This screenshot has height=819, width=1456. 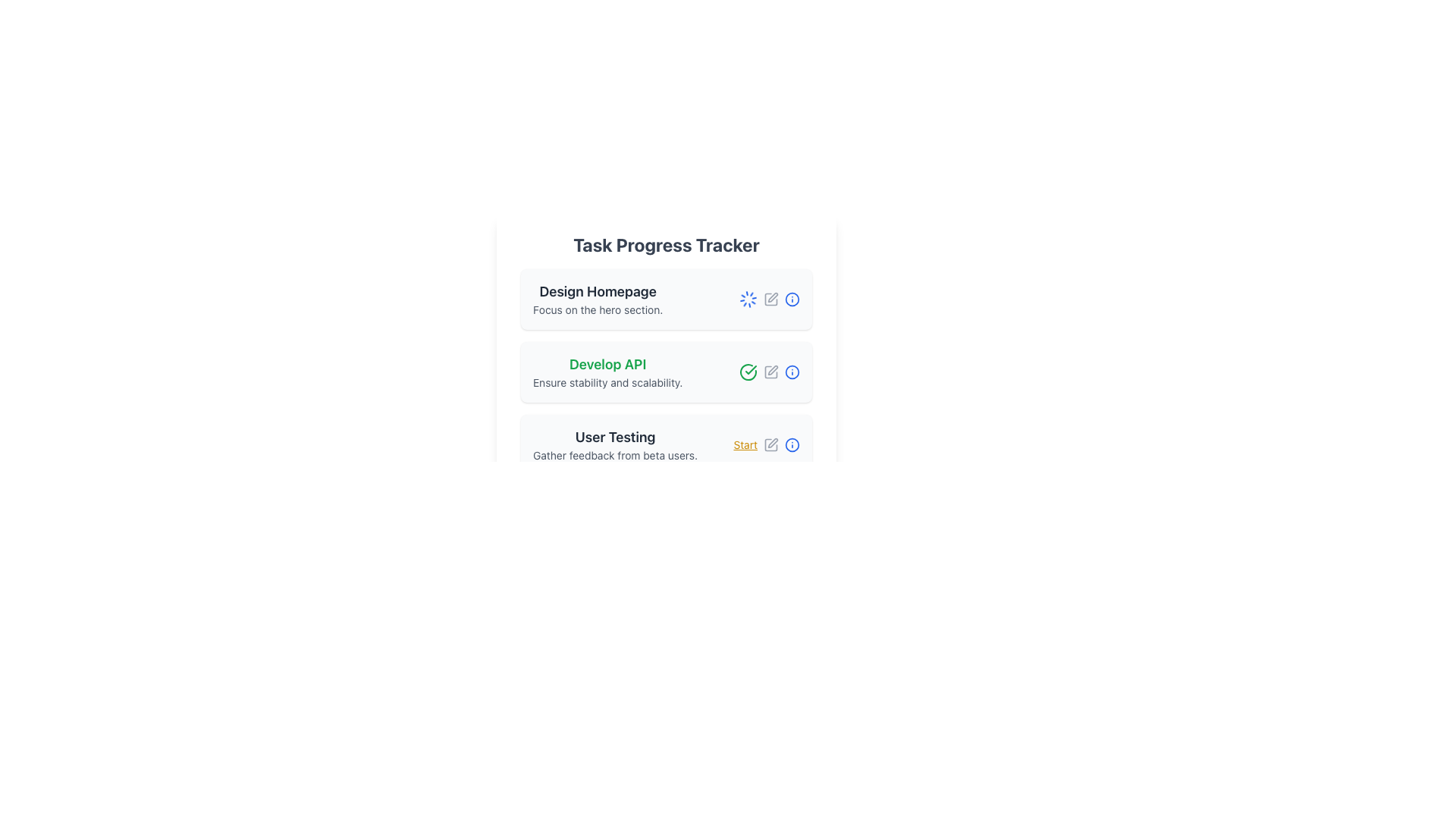 I want to click on the interactive icon located within the 'Develop API' task entry, so click(x=773, y=297).